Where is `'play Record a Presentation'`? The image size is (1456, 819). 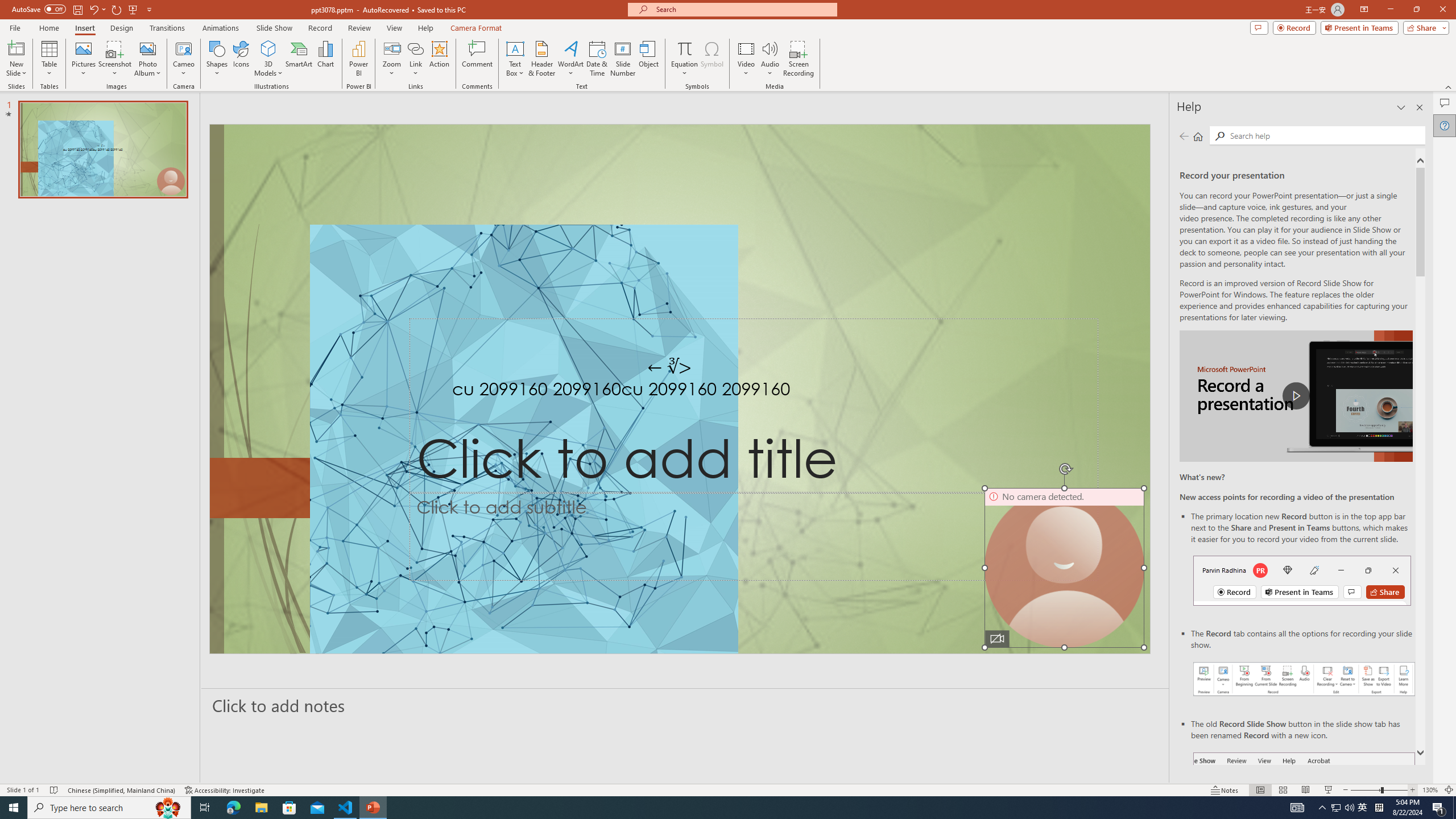
'play Record a Presentation' is located at coordinates (1296, 396).